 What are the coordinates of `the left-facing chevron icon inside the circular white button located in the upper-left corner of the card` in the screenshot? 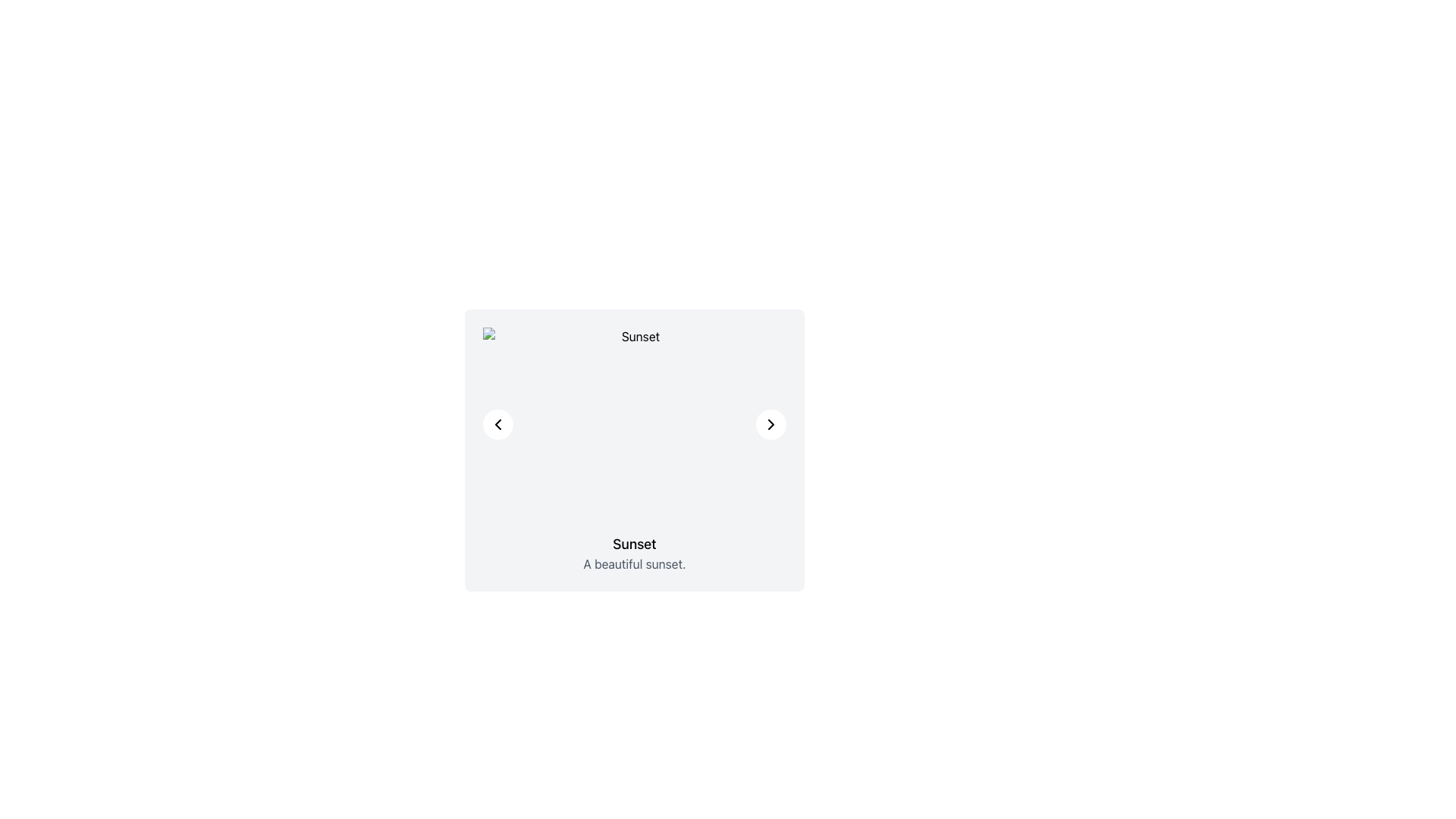 It's located at (498, 424).